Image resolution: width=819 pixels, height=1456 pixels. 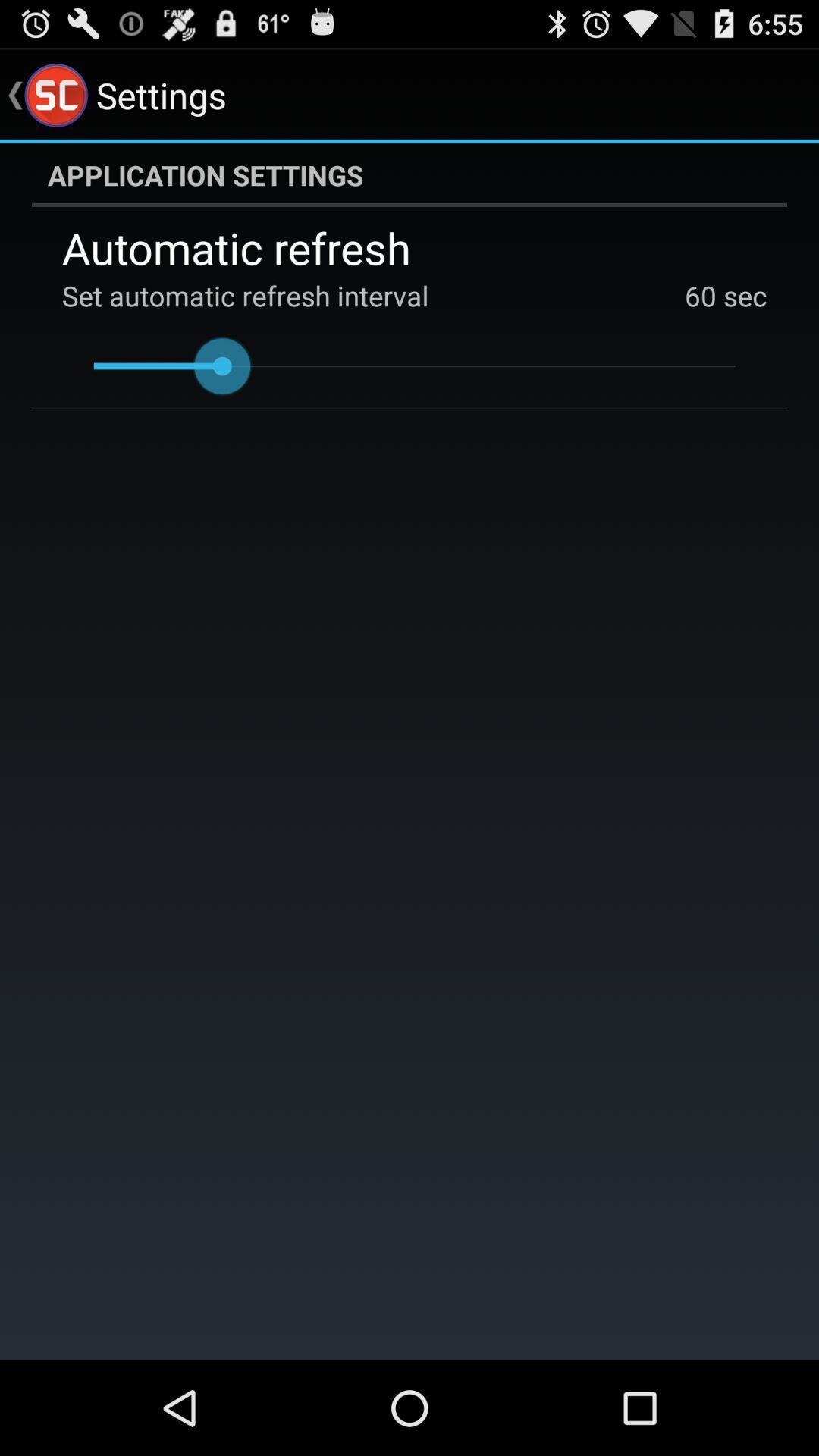 What do you see at coordinates (741, 295) in the screenshot?
I see `the  sec` at bounding box center [741, 295].